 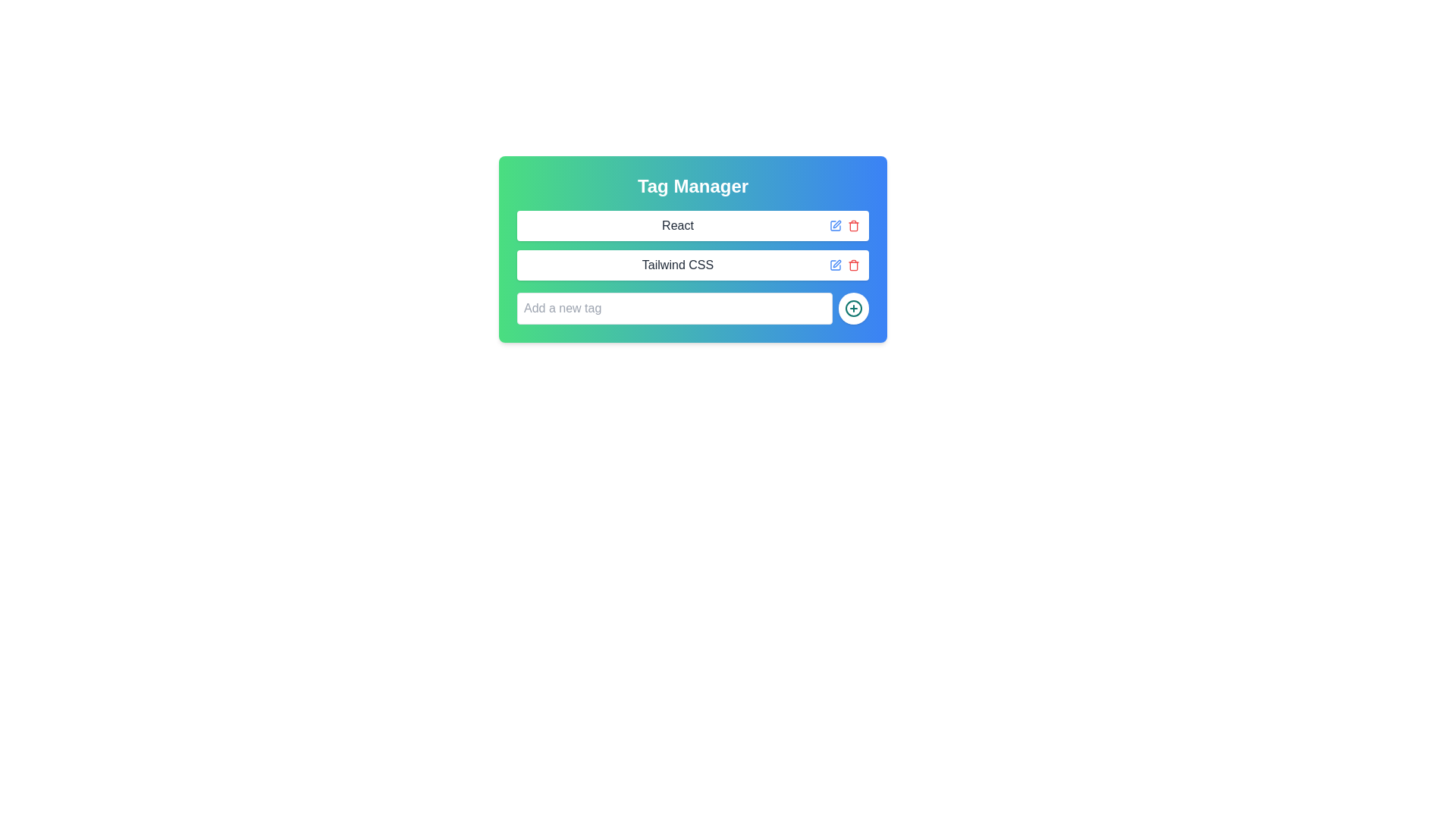 I want to click on the Circular button icon located at the bottom-right corner of the 'Add a new tag' input field, so click(x=854, y=308).